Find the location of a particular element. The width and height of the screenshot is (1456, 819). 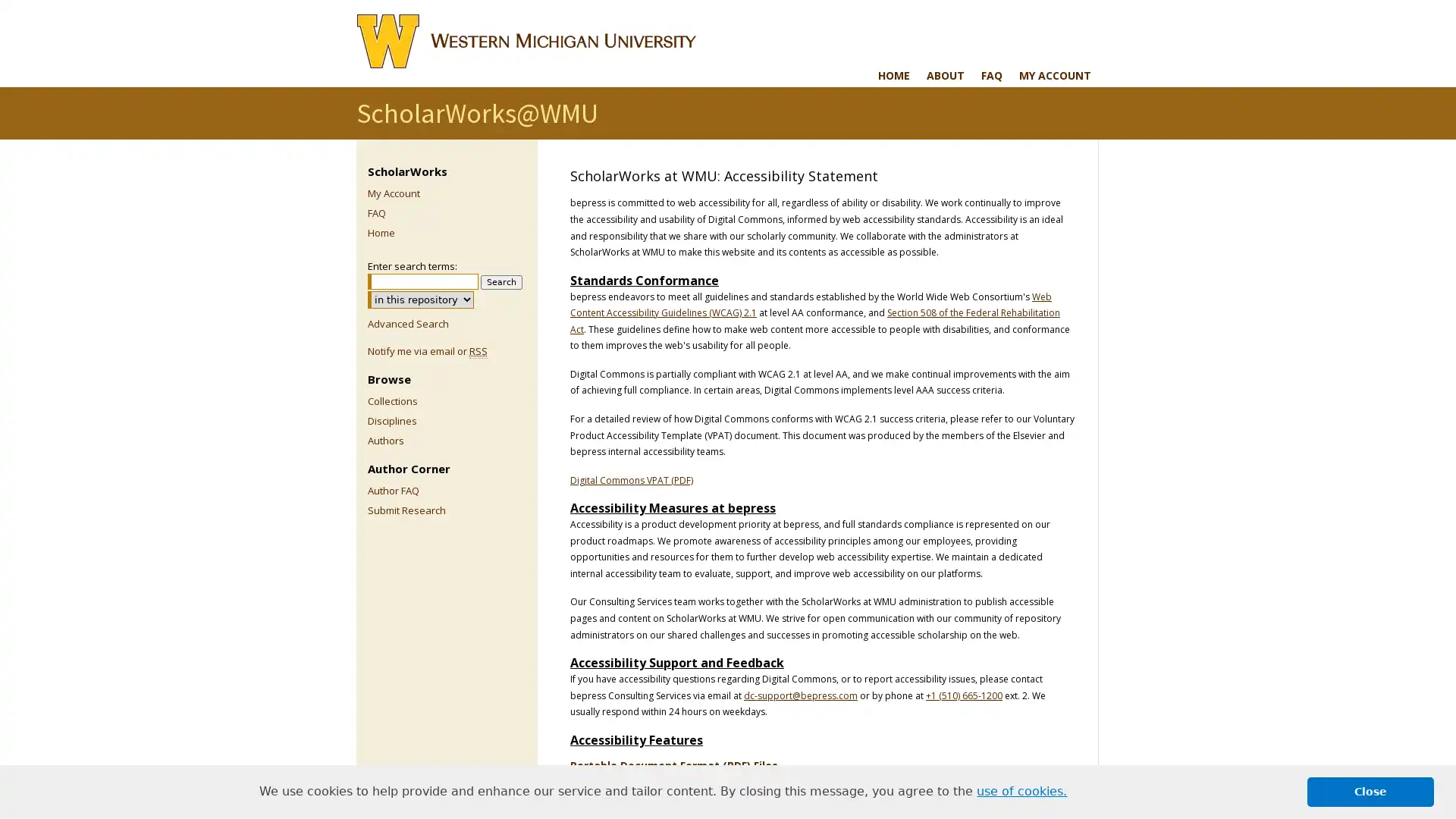

Search is located at coordinates (501, 282).